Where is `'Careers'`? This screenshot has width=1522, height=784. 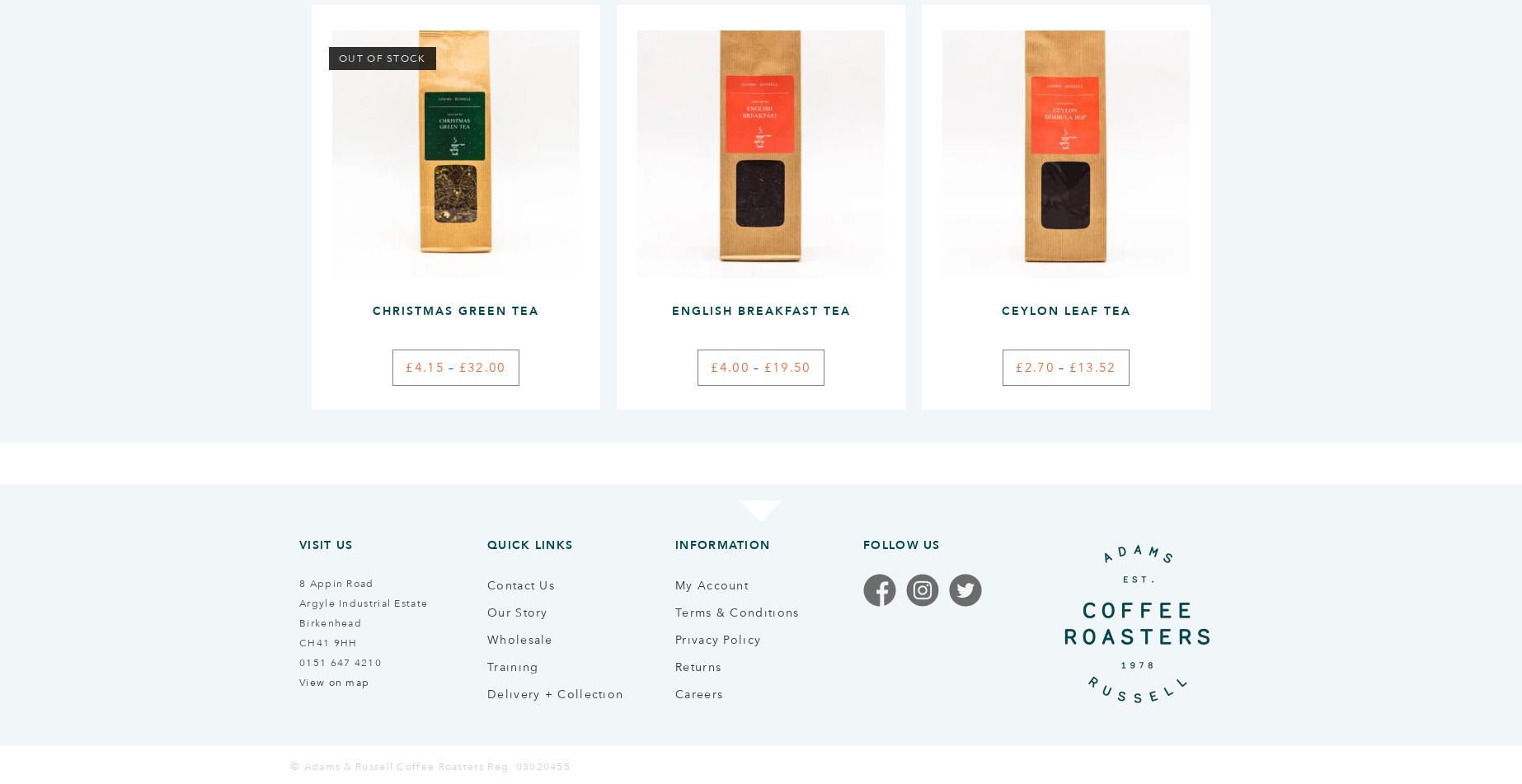
'Careers' is located at coordinates (698, 692).